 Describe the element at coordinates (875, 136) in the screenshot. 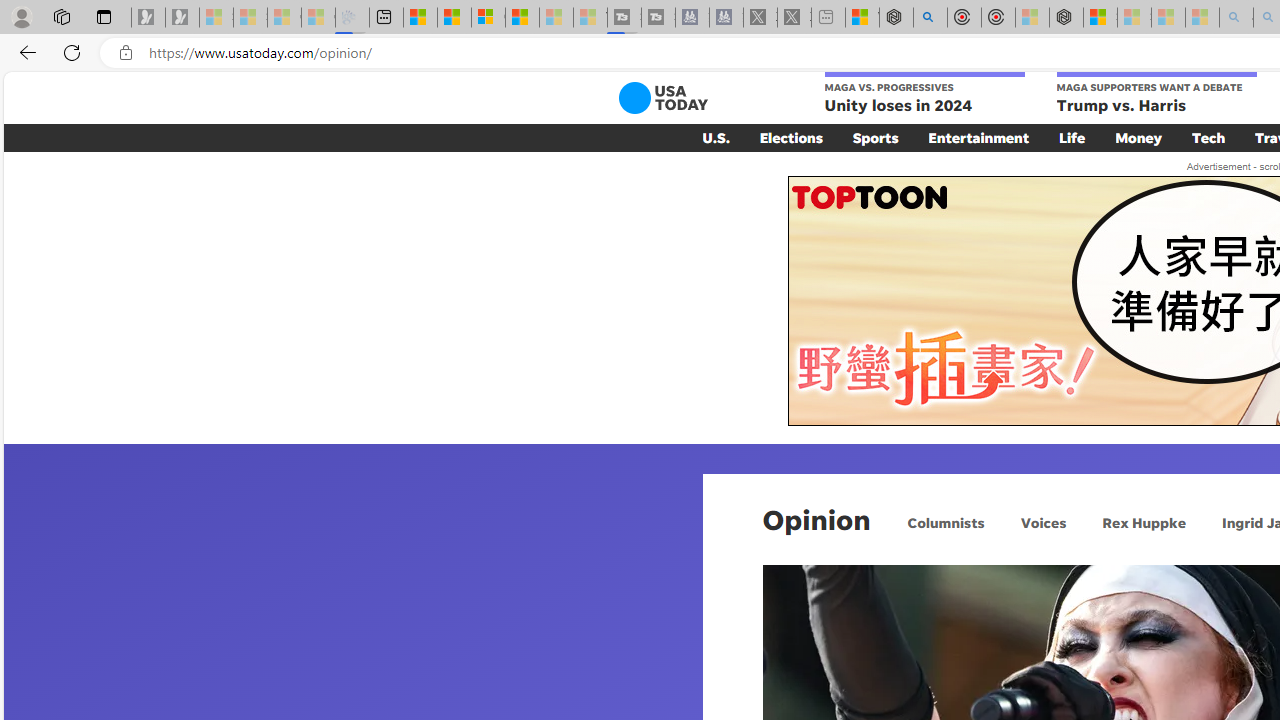

I see `'Sports'` at that location.